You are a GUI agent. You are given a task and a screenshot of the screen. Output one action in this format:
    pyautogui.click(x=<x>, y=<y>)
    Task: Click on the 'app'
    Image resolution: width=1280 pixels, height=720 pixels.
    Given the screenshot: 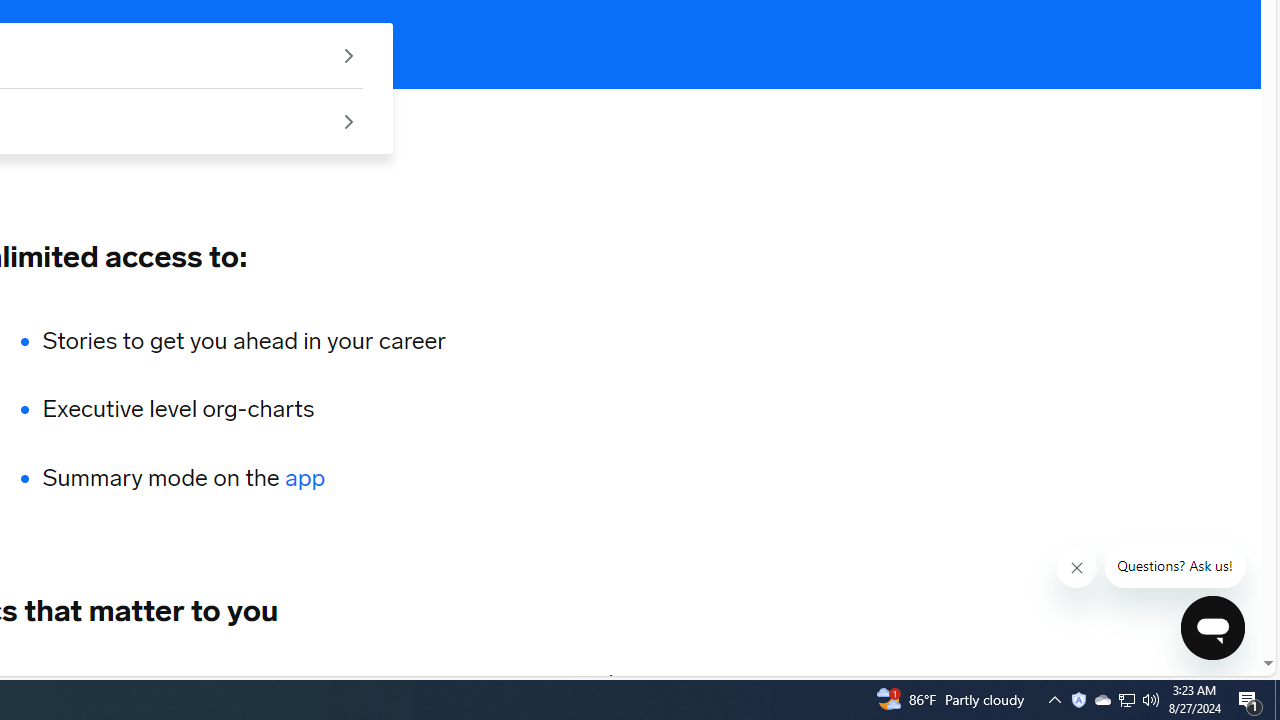 What is the action you would take?
    pyautogui.click(x=304, y=478)
    